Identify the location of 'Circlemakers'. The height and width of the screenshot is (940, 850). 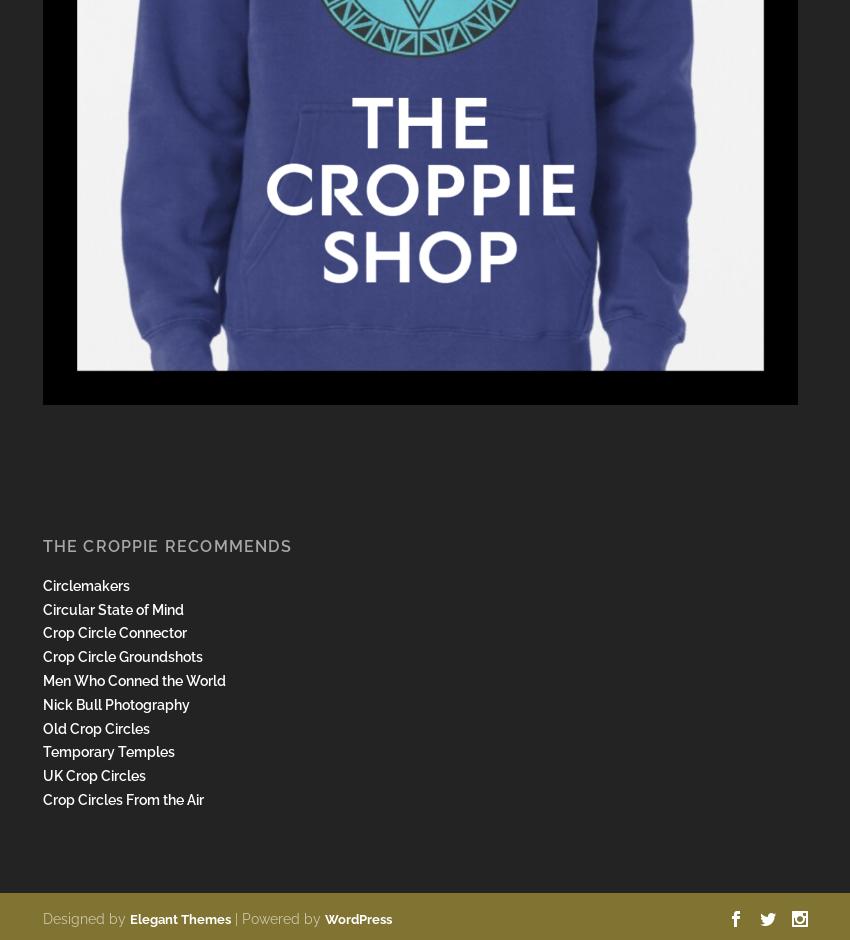
(85, 584).